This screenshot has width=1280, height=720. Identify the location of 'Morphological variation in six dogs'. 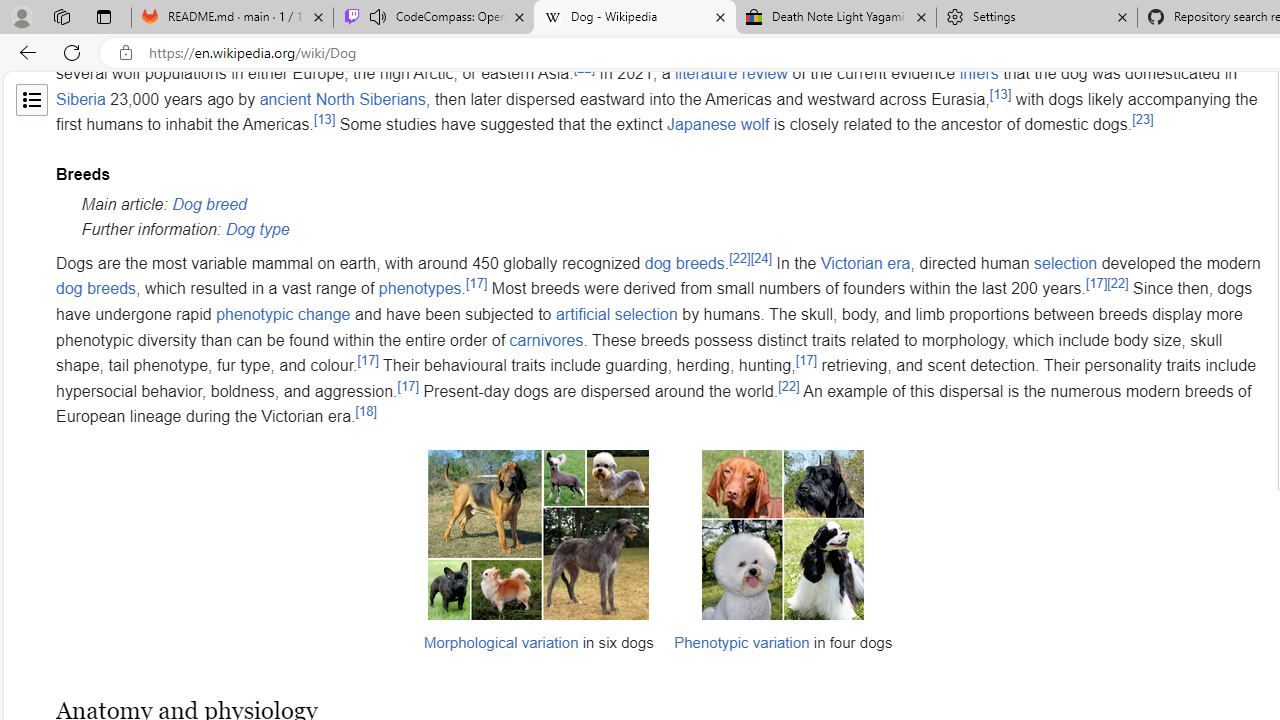
(538, 533).